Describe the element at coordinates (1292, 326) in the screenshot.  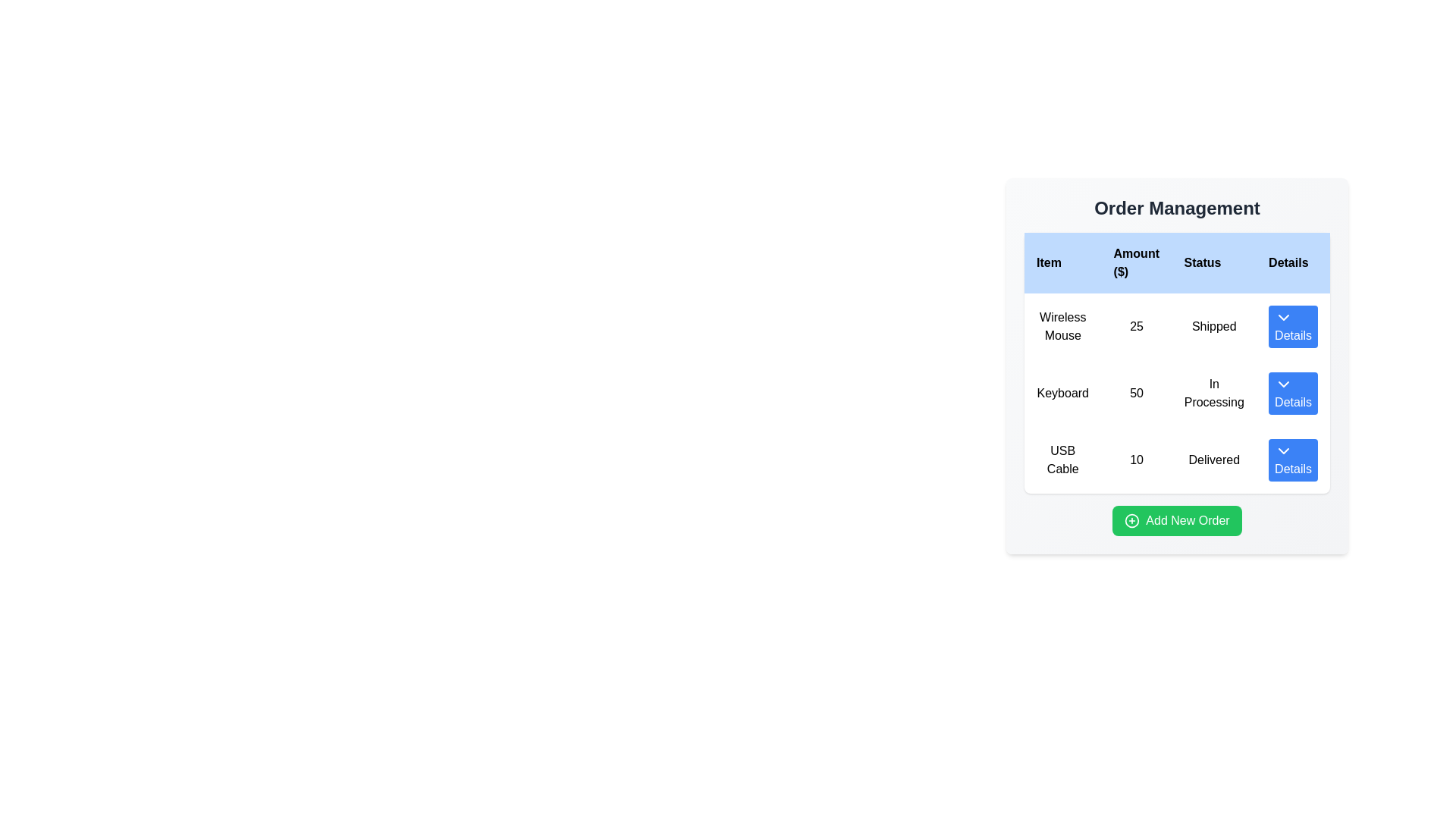
I see `the blue 'Details' button with a chevron icon` at that location.